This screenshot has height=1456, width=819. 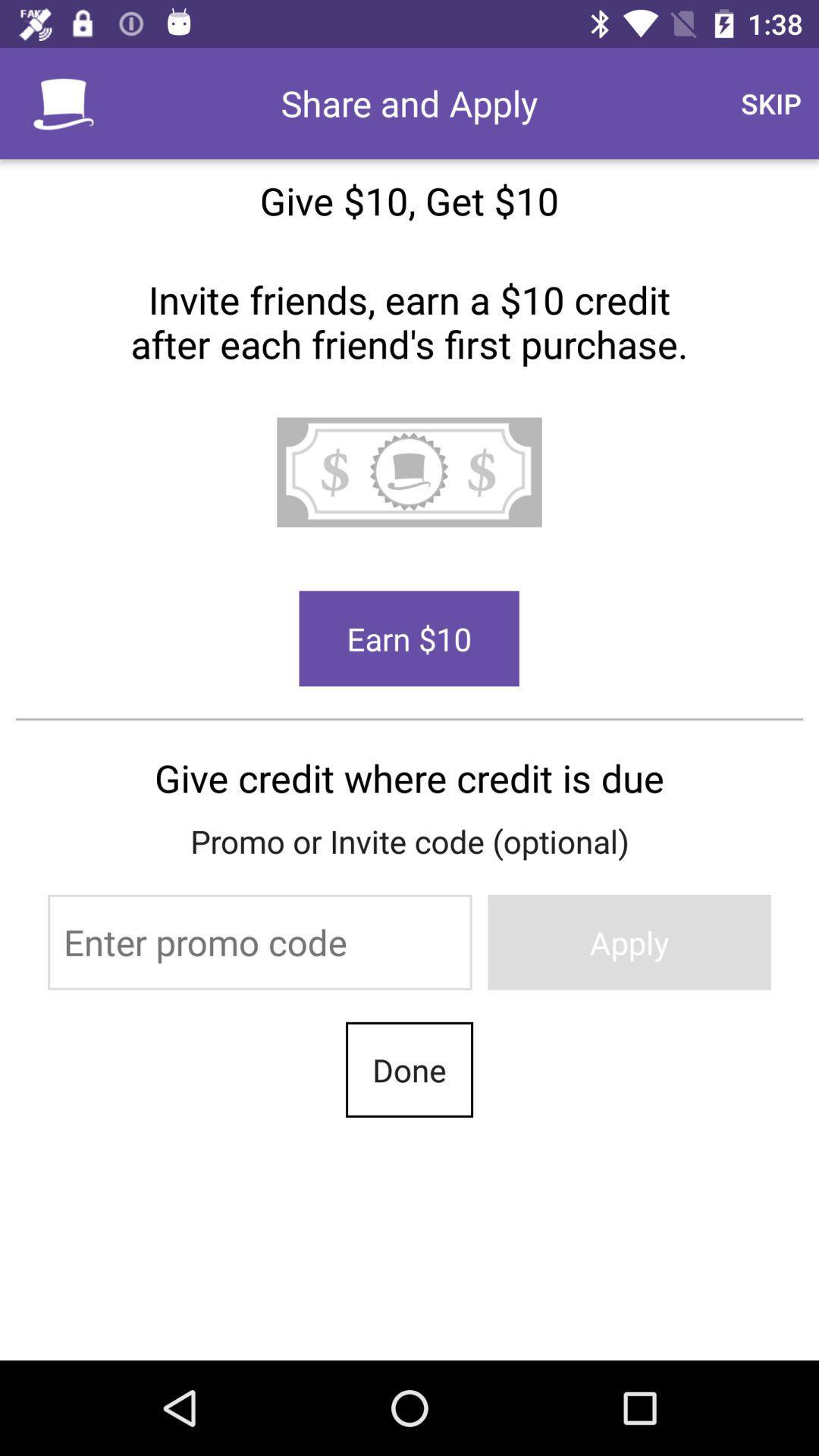 What do you see at coordinates (259, 941) in the screenshot?
I see `icon next to apply item` at bounding box center [259, 941].